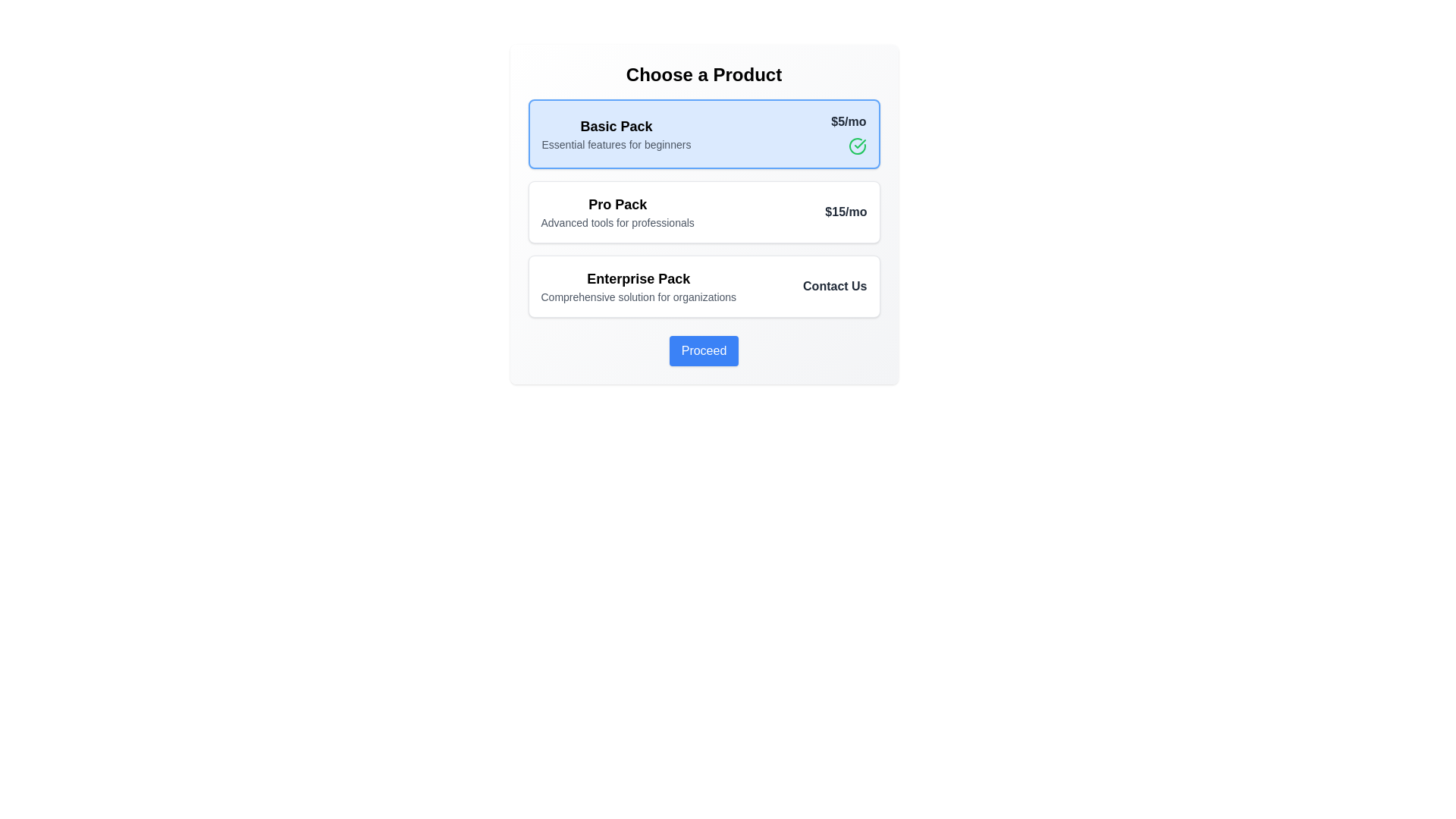  What do you see at coordinates (616, 145) in the screenshot?
I see `the text label reading 'Essential features for beginners,' which is styled in a smaller gray font and positioned directly below the 'Basic Pack' text in the first option card` at bounding box center [616, 145].